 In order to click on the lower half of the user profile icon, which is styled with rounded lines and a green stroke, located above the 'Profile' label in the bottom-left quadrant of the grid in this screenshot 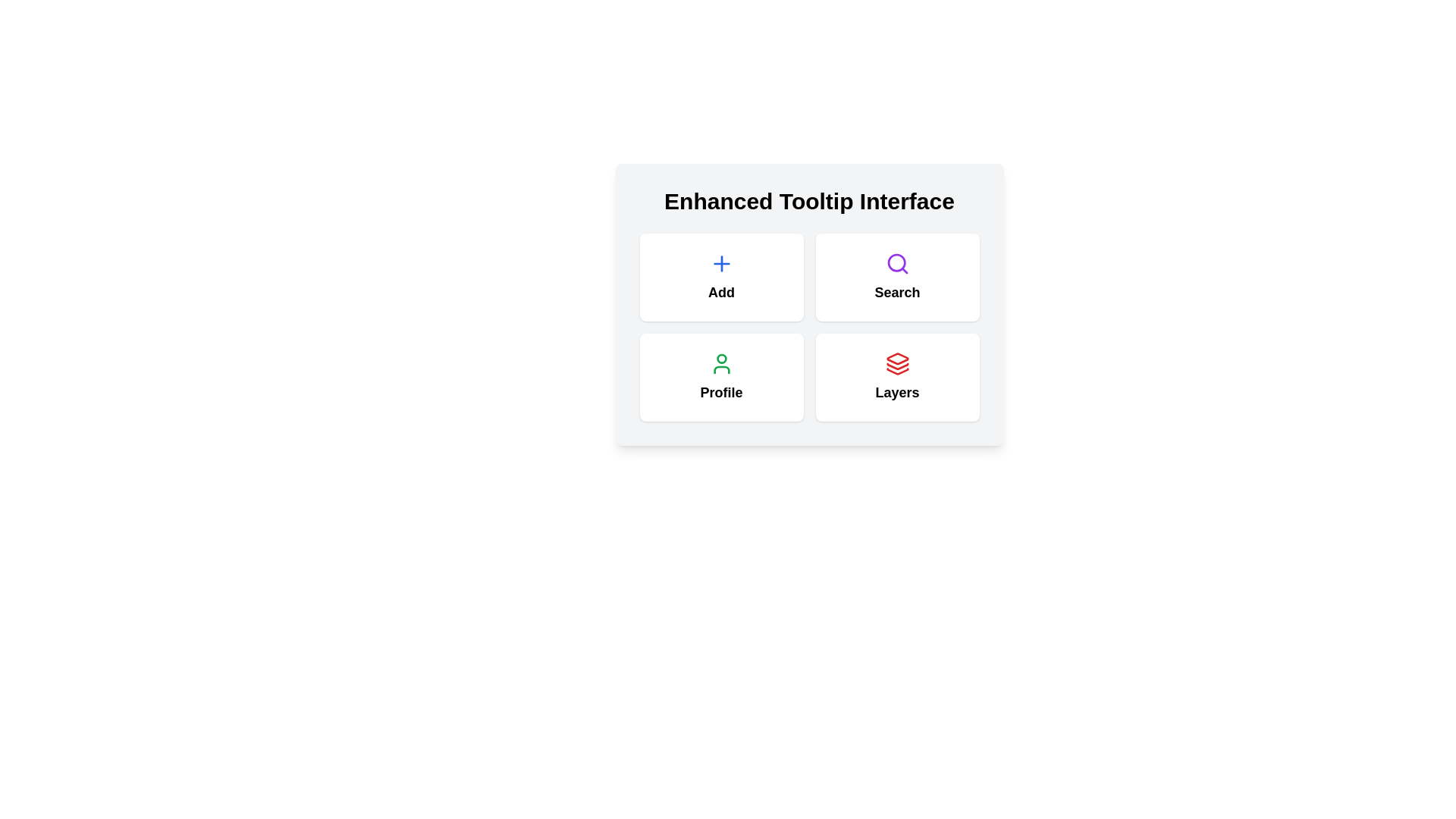, I will do `click(720, 370)`.